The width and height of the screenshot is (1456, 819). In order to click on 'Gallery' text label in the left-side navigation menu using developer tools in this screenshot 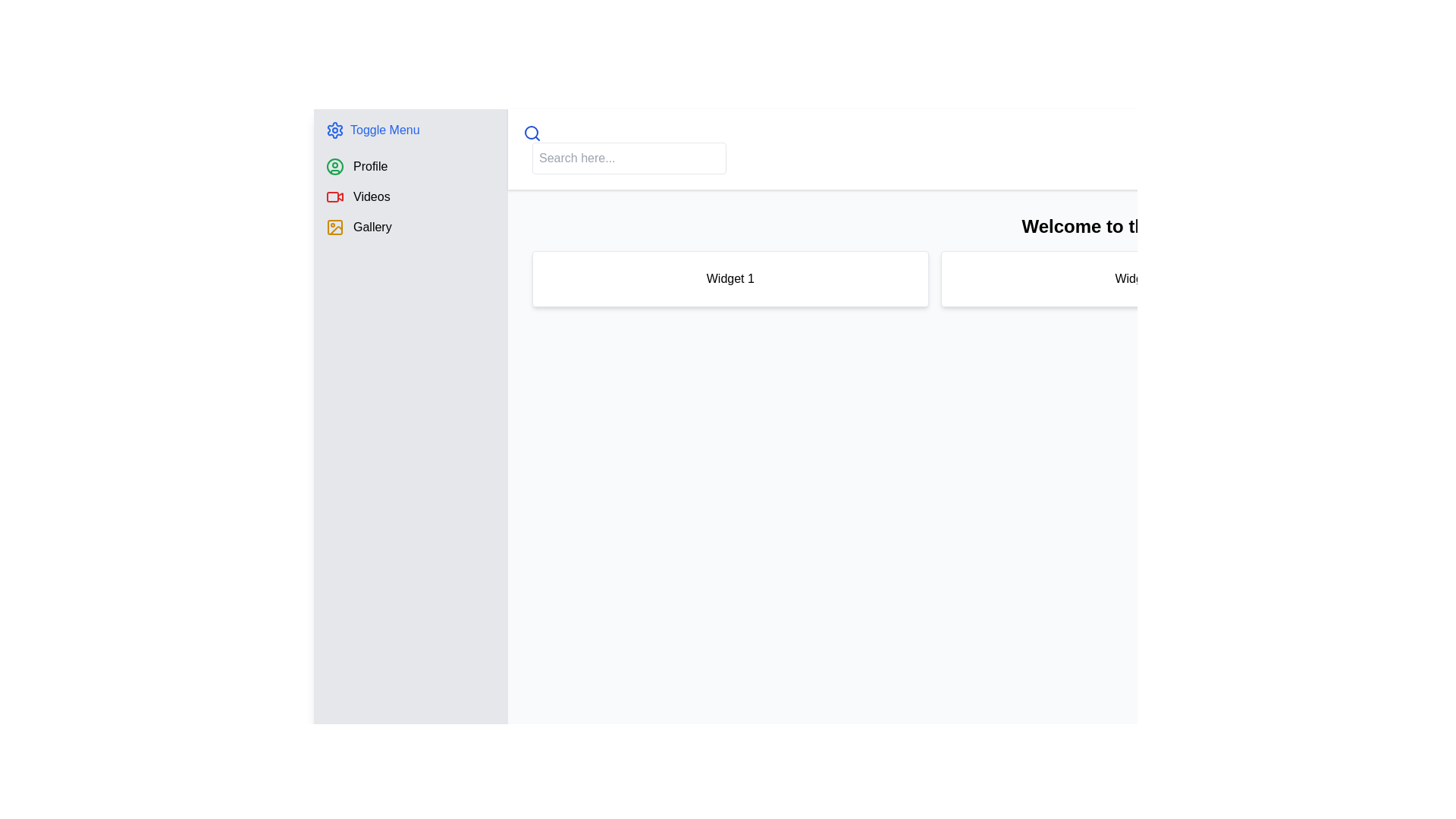, I will do `click(372, 227)`.